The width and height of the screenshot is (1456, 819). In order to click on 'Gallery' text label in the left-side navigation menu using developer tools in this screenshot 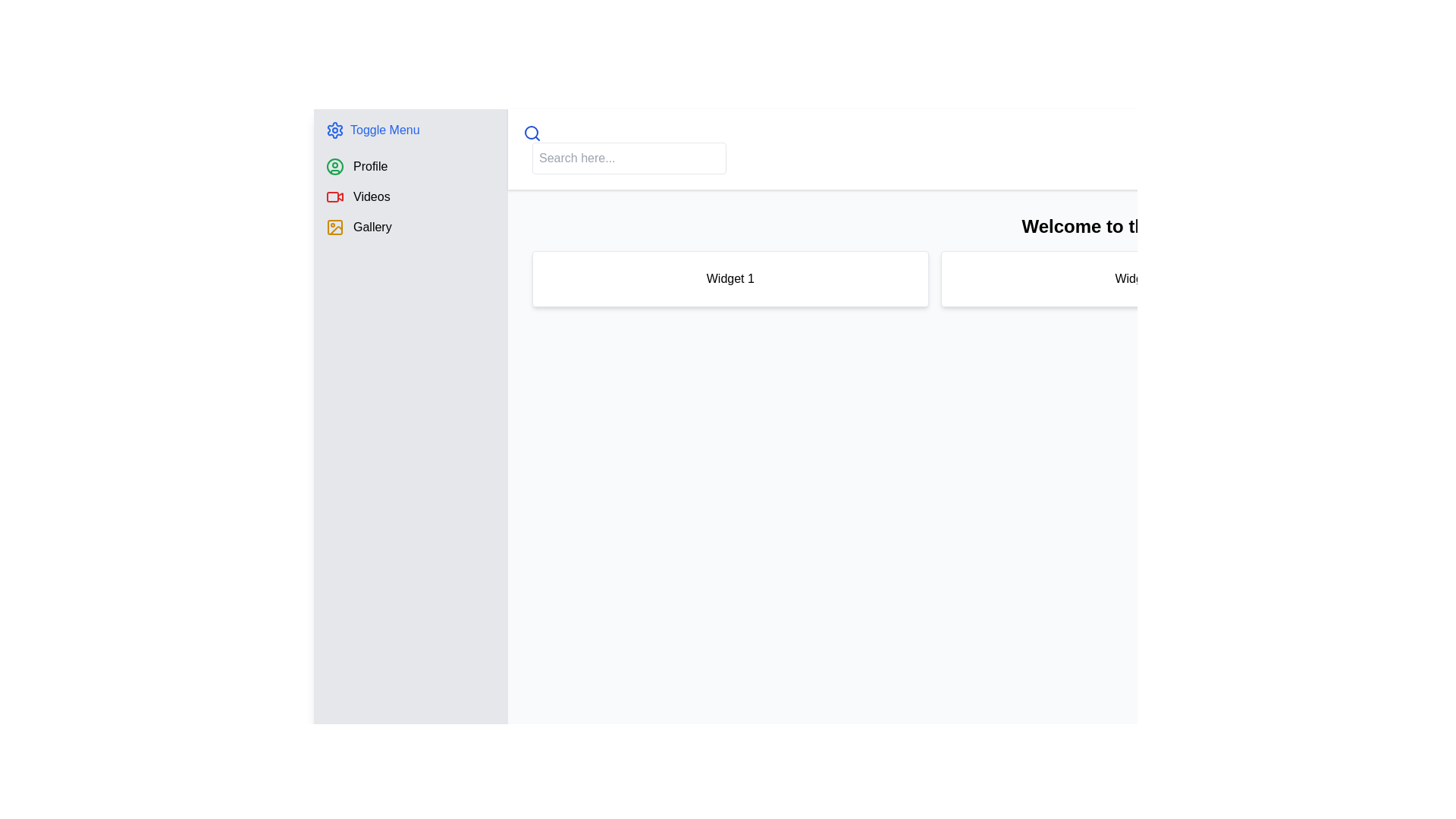, I will do `click(372, 227)`.